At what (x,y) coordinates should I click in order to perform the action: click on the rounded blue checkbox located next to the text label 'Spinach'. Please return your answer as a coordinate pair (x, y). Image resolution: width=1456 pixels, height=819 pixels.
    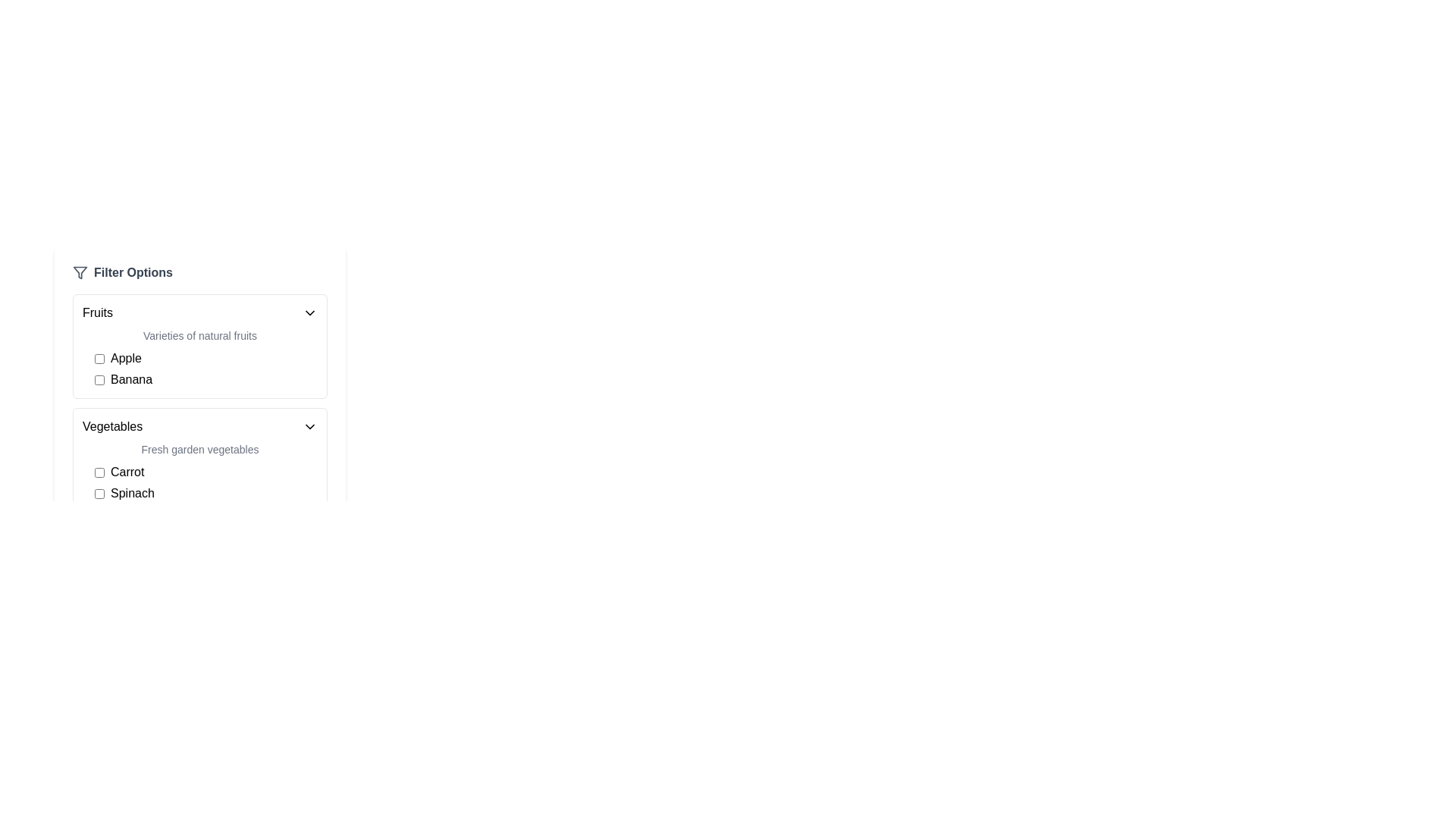
    Looking at the image, I should click on (99, 494).